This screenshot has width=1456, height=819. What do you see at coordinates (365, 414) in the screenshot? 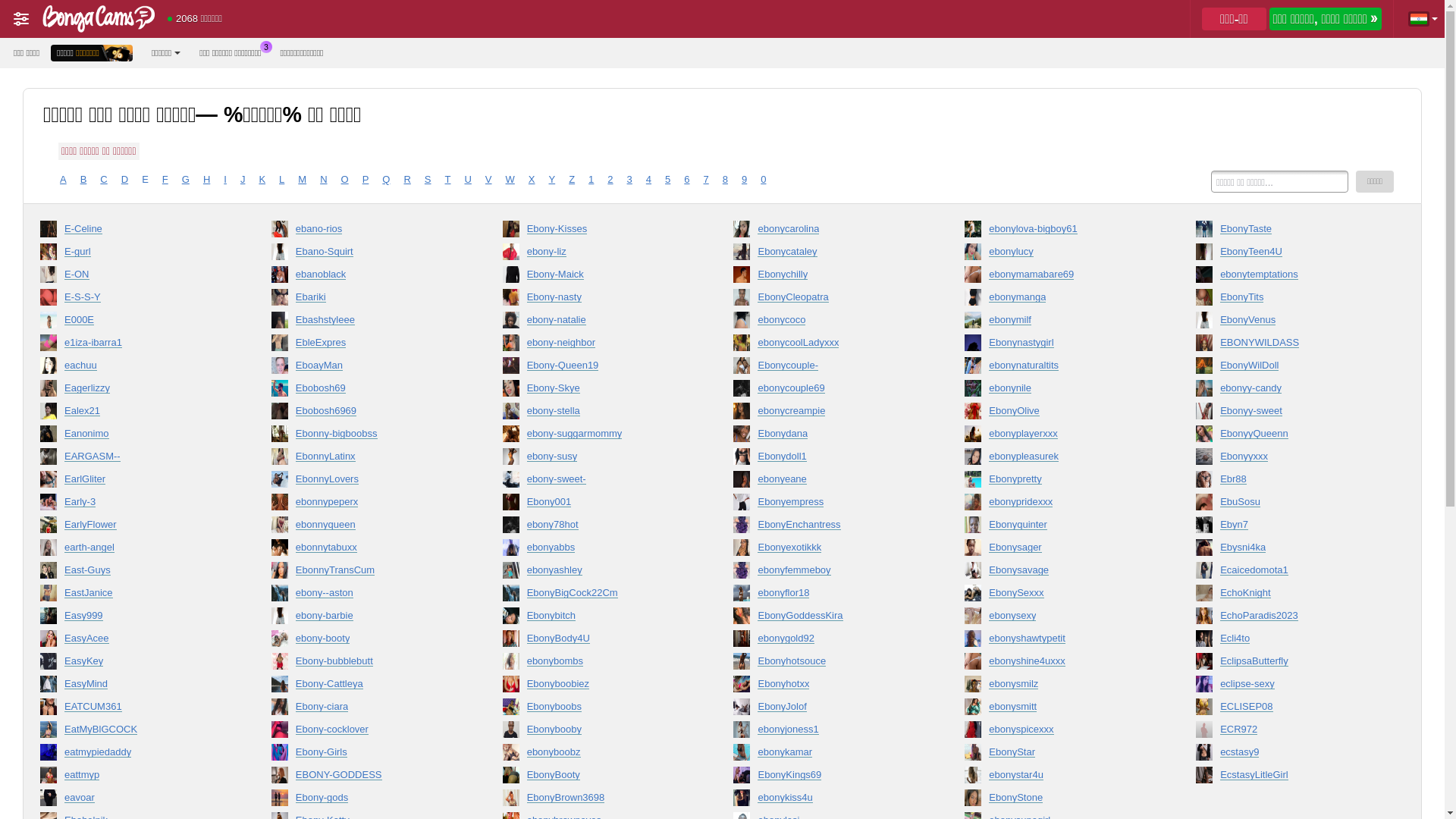
I see `'Ebobosh6969'` at bounding box center [365, 414].